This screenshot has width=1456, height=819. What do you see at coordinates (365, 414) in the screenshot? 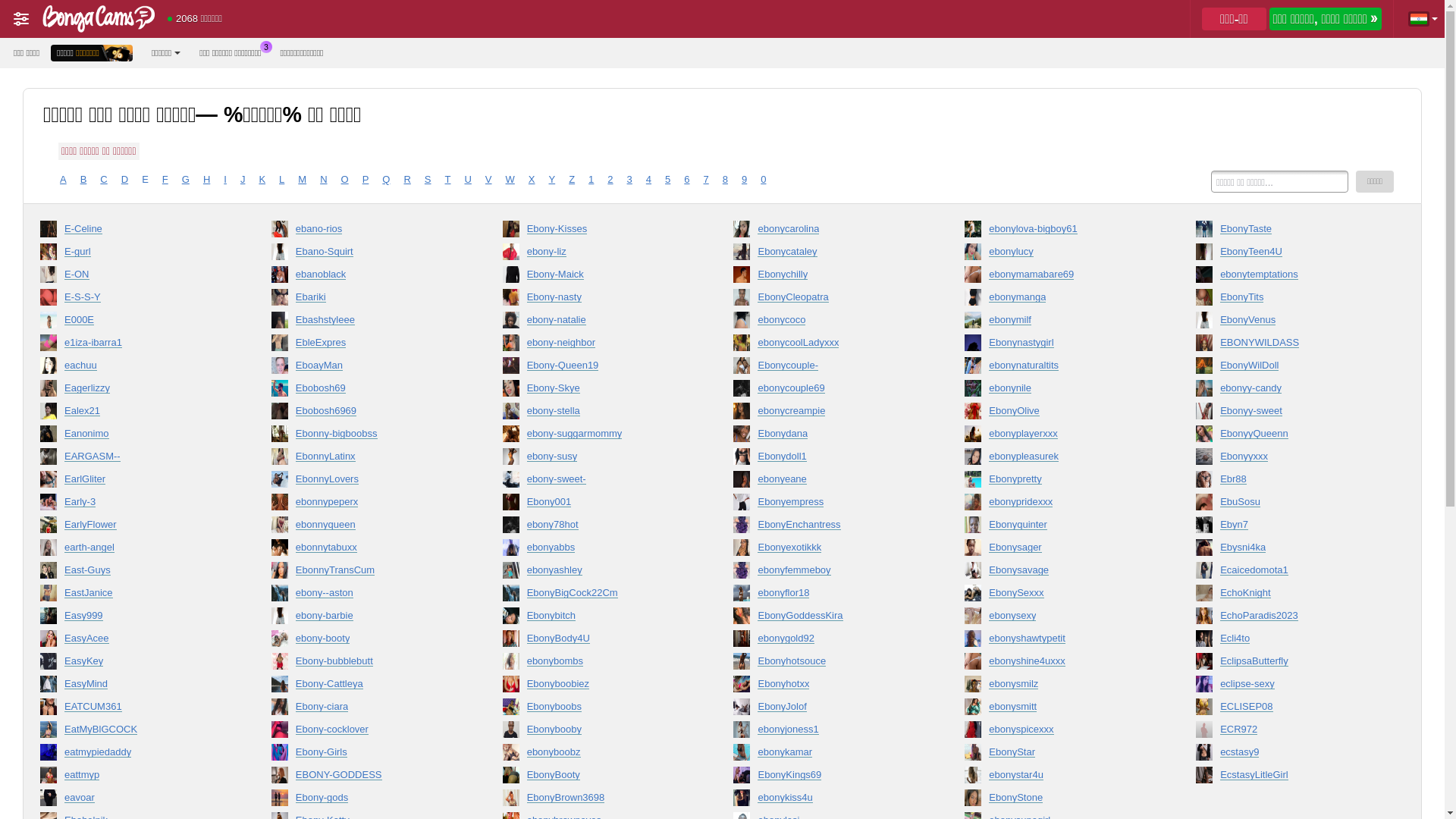
I see `'Ebobosh6969'` at bounding box center [365, 414].